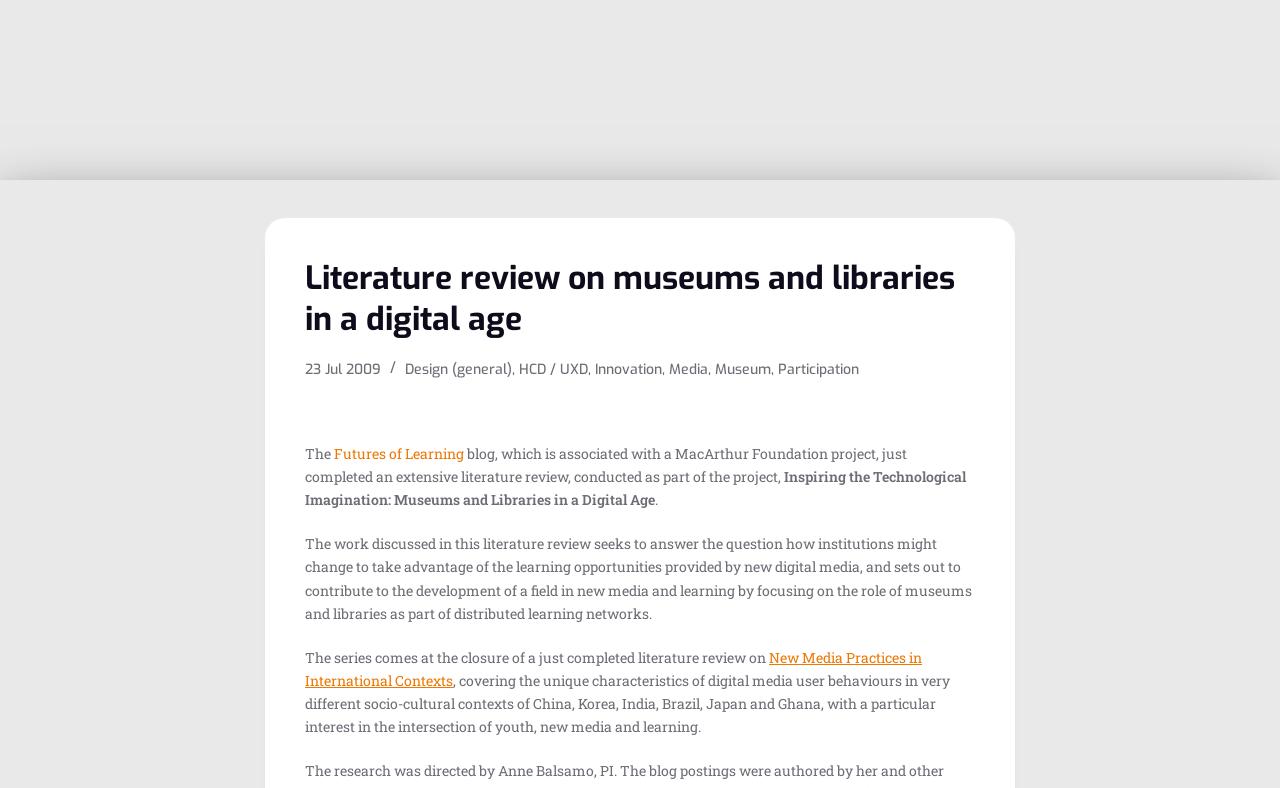 The height and width of the screenshot is (788, 1280). I want to click on 'Museum collections:  digitization â†’ dissemination â†’ dialogue', so click(339, 89).